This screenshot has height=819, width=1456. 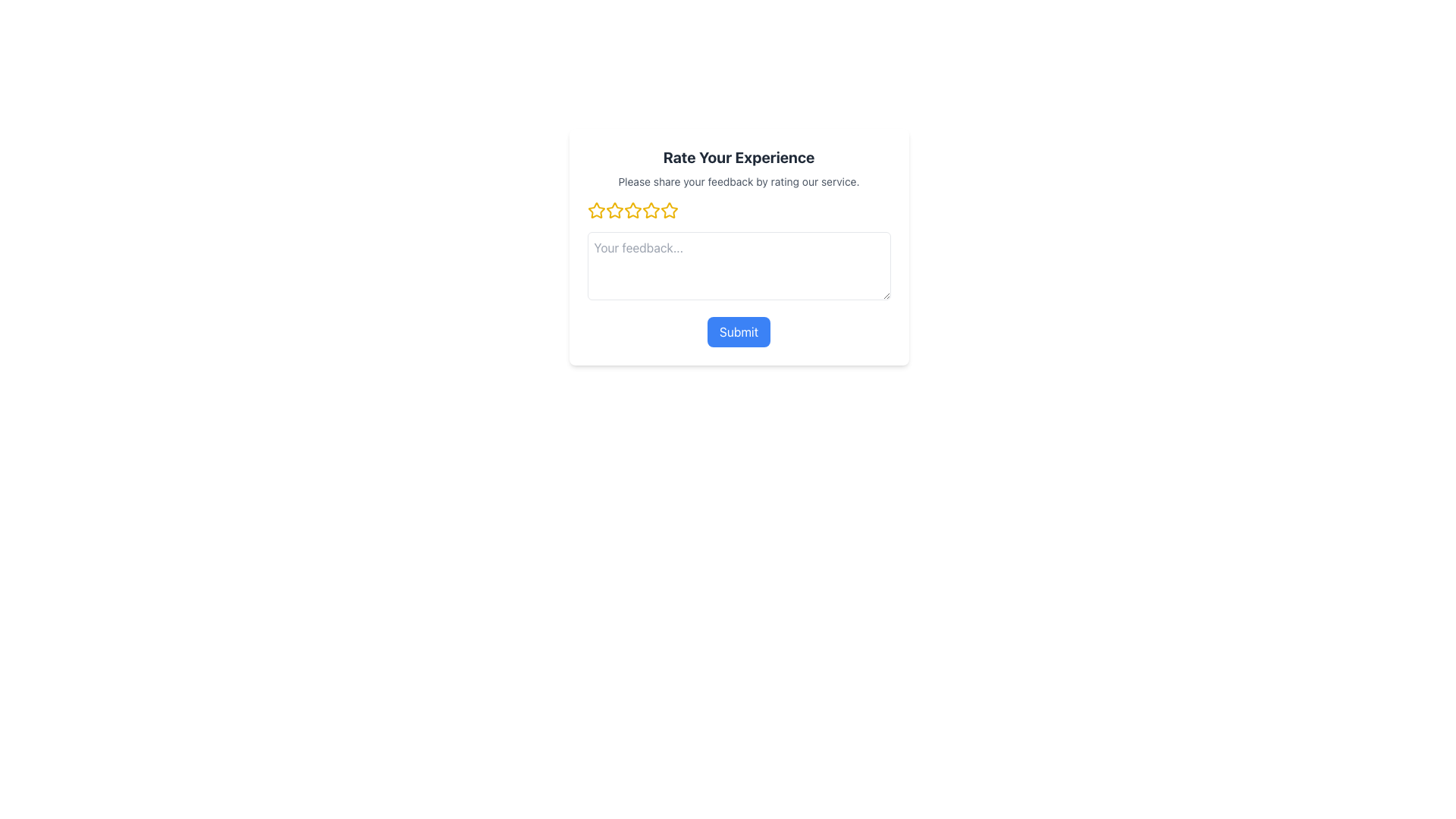 I want to click on the third star icon in the five-star rating component located below the 'Rate Your Experience' heading, so click(x=632, y=210).